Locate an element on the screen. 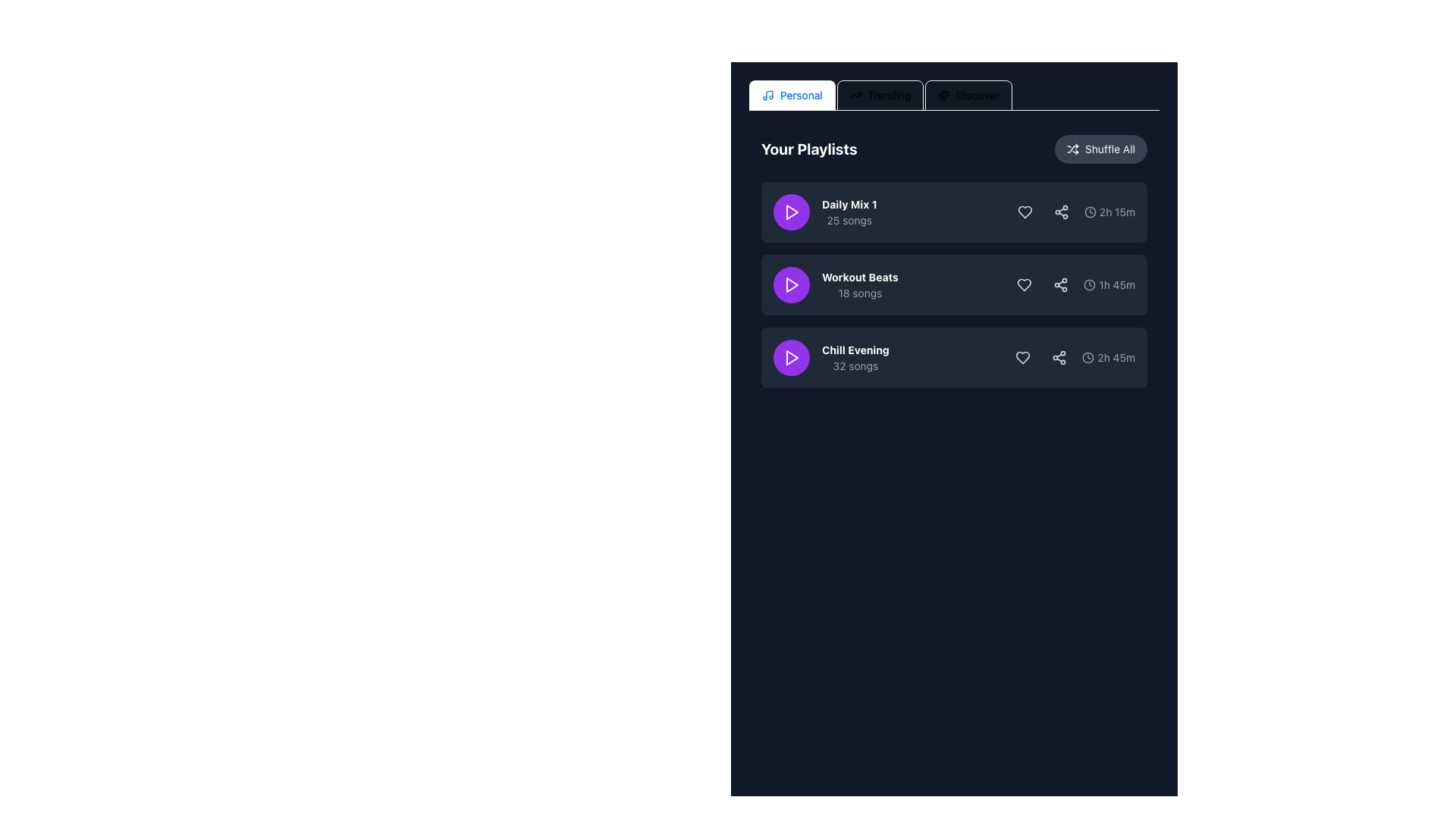 This screenshot has width=1456, height=819. displayed text '2h 15m' from the text label with an icon that is styled in light gray color and located within the playlist entry for 'Daily Mix 1' is located at coordinates (1072, 212).